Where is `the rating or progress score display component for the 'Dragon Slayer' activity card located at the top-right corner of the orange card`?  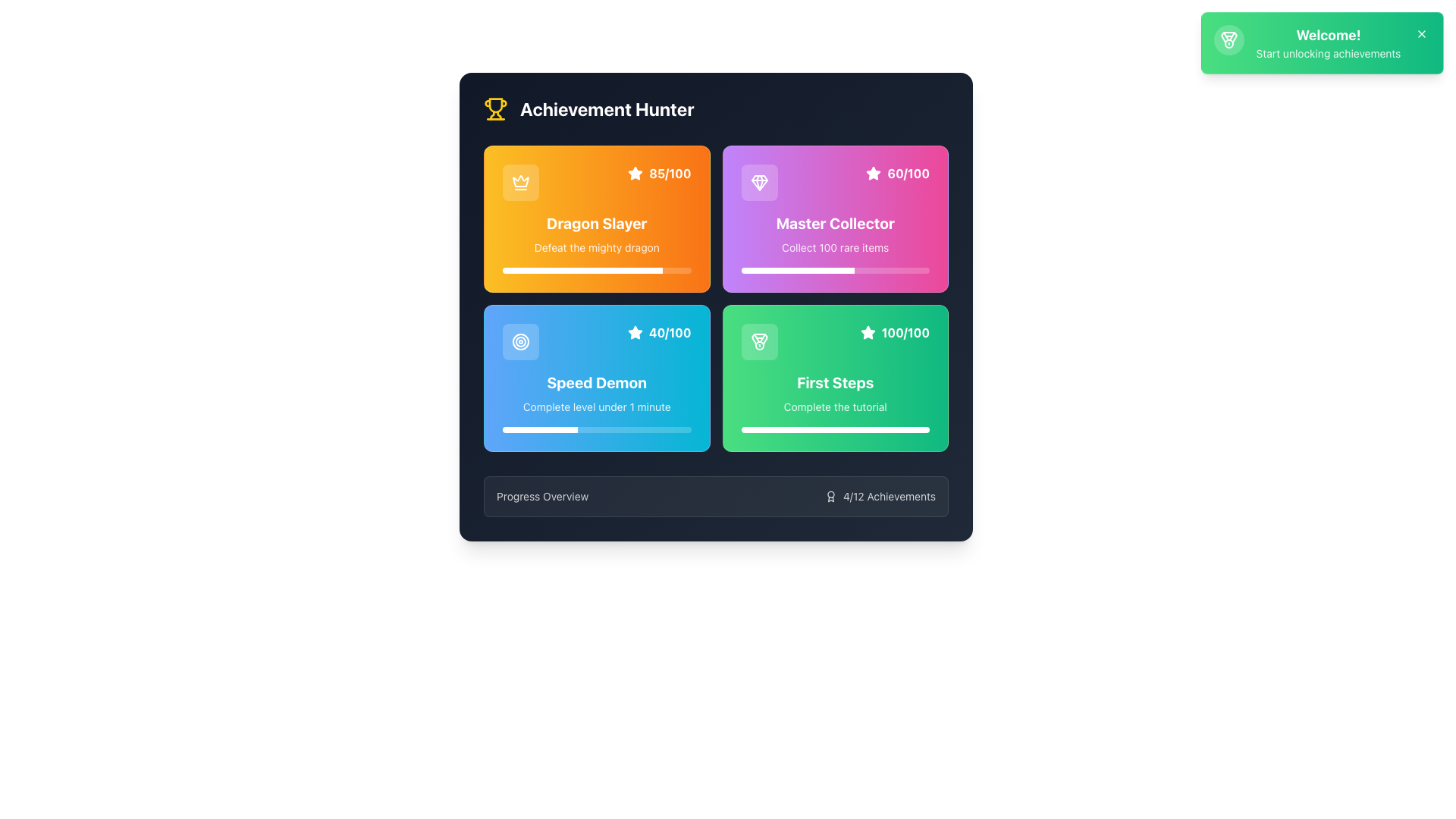
the rating or progress score display component for the 'Dragon Slayer' activity card located at the top-right corner of the orange card is located at coordinates (659, 172).